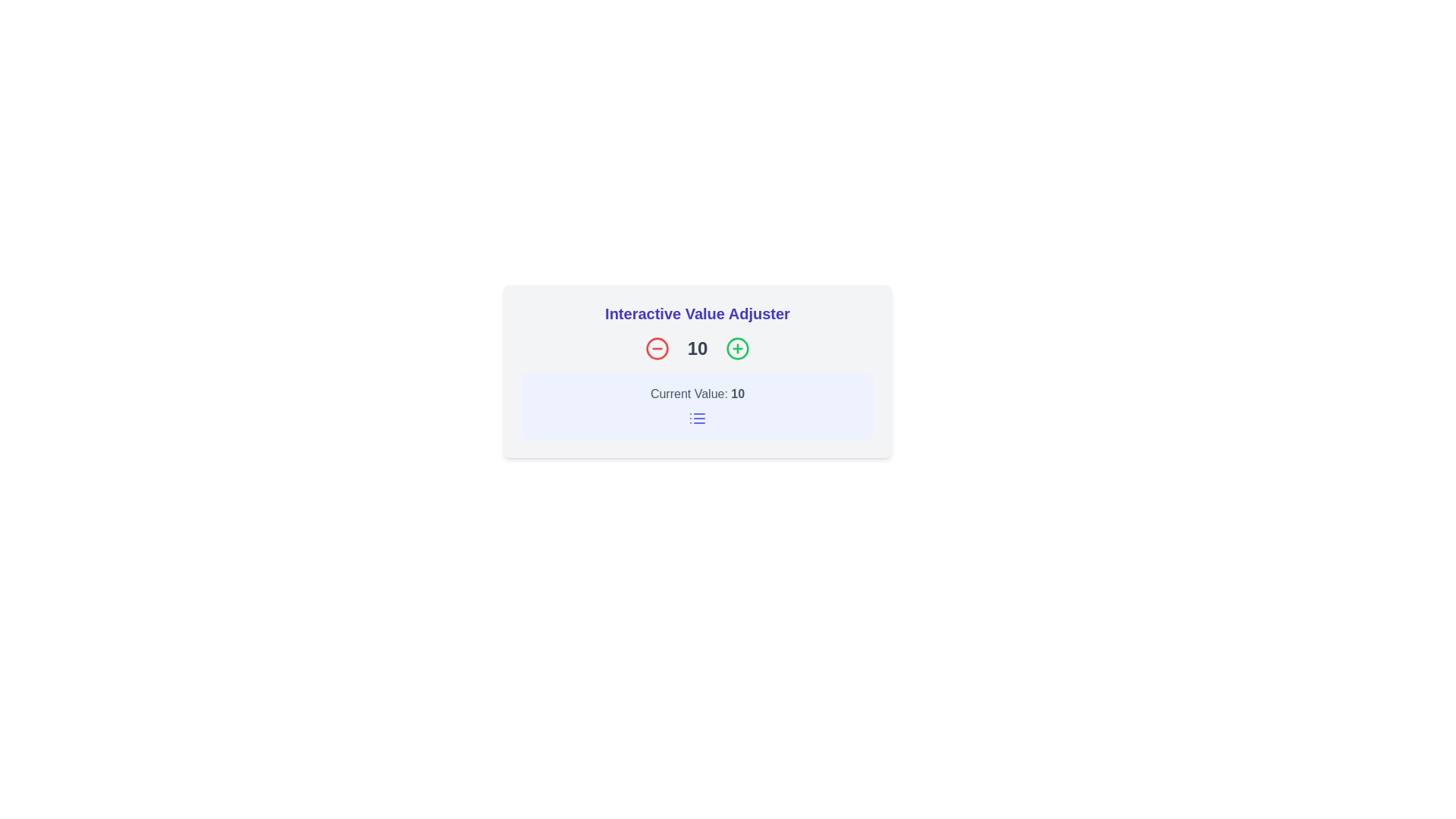  What do you see at coordinates (657, 348) in the screenshot?
I see `the button on the left that decreases the numerical value displayed nearby` at bounding box center [657, 348].